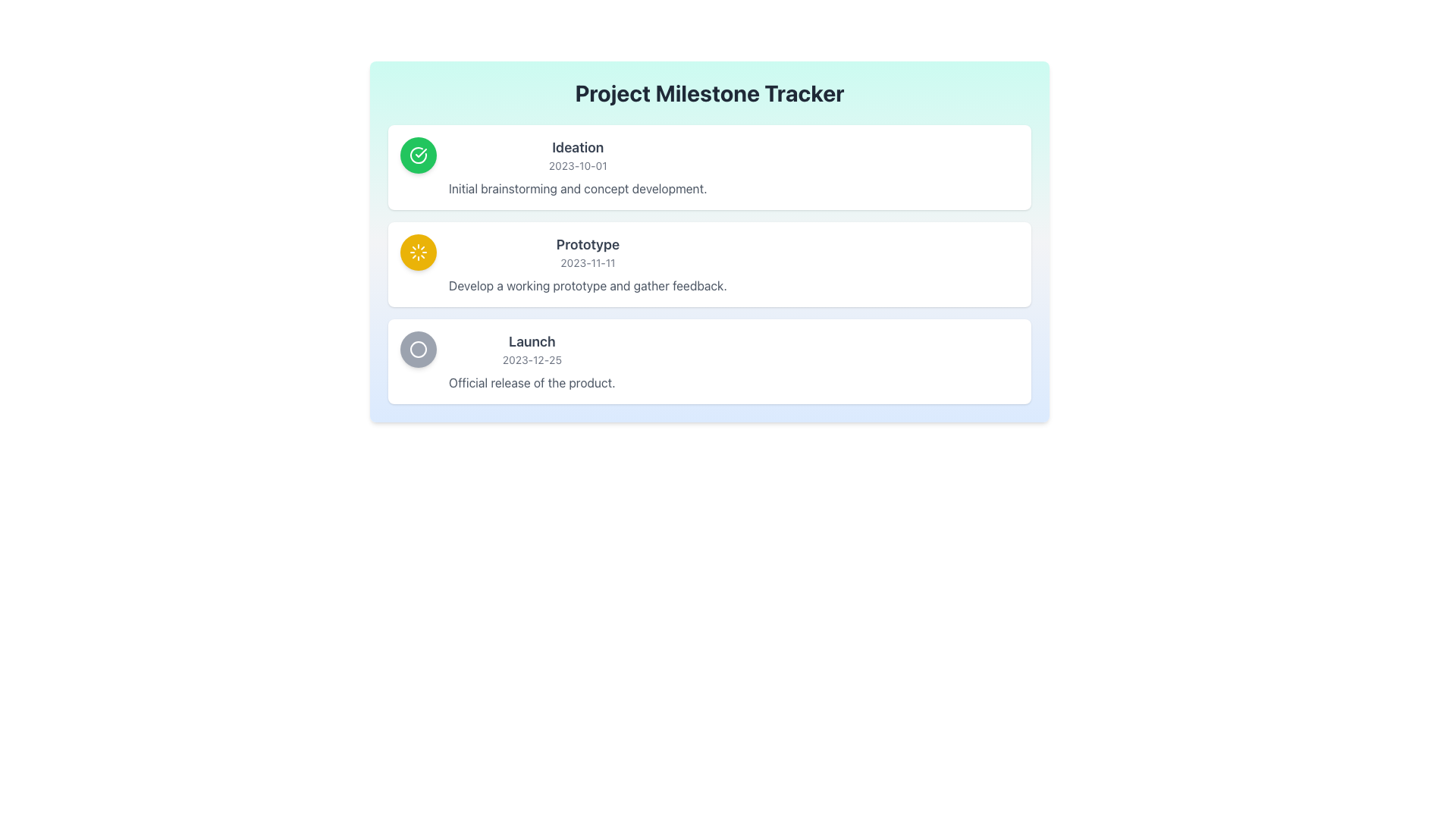 The image size is (1456, 819). What do you see at coordinates (577, 148) in the screenshot?
I see `the bold, large-sized gray text label displaying 'Ideation', which serves as the title of the 'Ideation' card in the 'Project Milestone Tracker' list` at bounding box center [577, 148].